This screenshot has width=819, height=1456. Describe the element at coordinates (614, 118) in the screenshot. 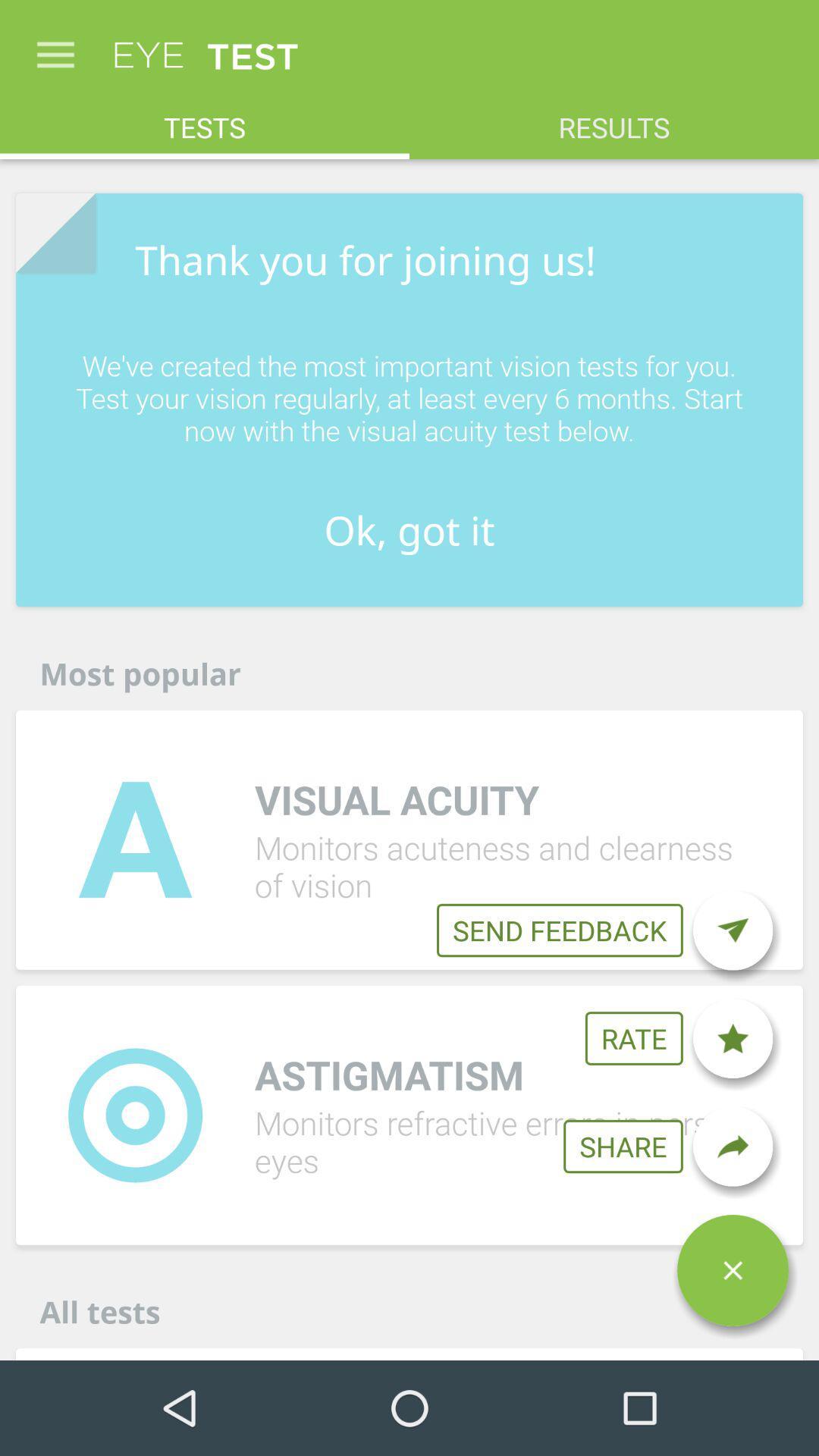

I see `the item at the top right corner` at that location.